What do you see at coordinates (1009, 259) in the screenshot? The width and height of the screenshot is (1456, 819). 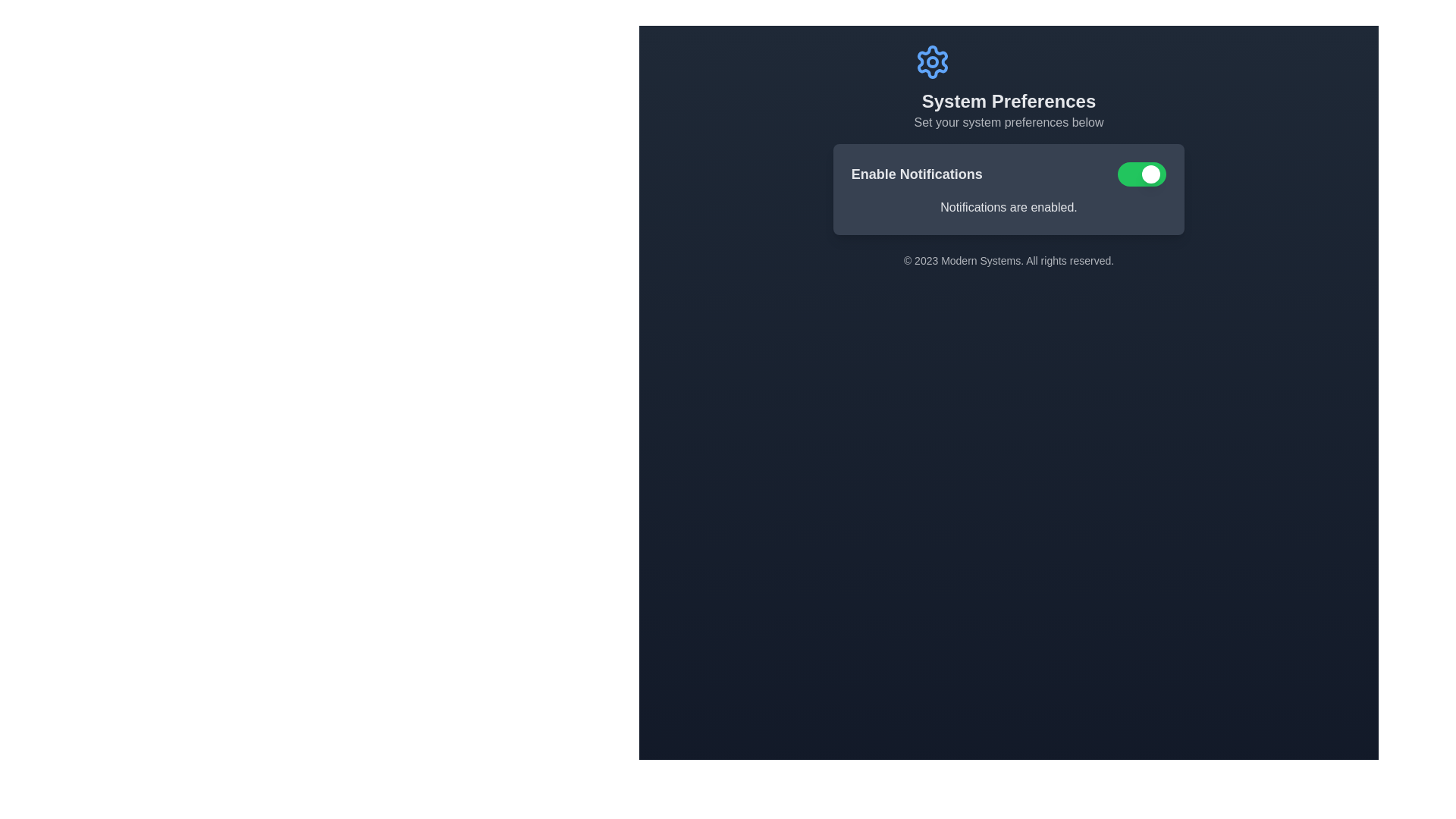 I see `the static text label at the bottom of the system settings interface displaying '© 2023 Modern Systems. All rights reserved.'` at bounding box center [1009, 259].